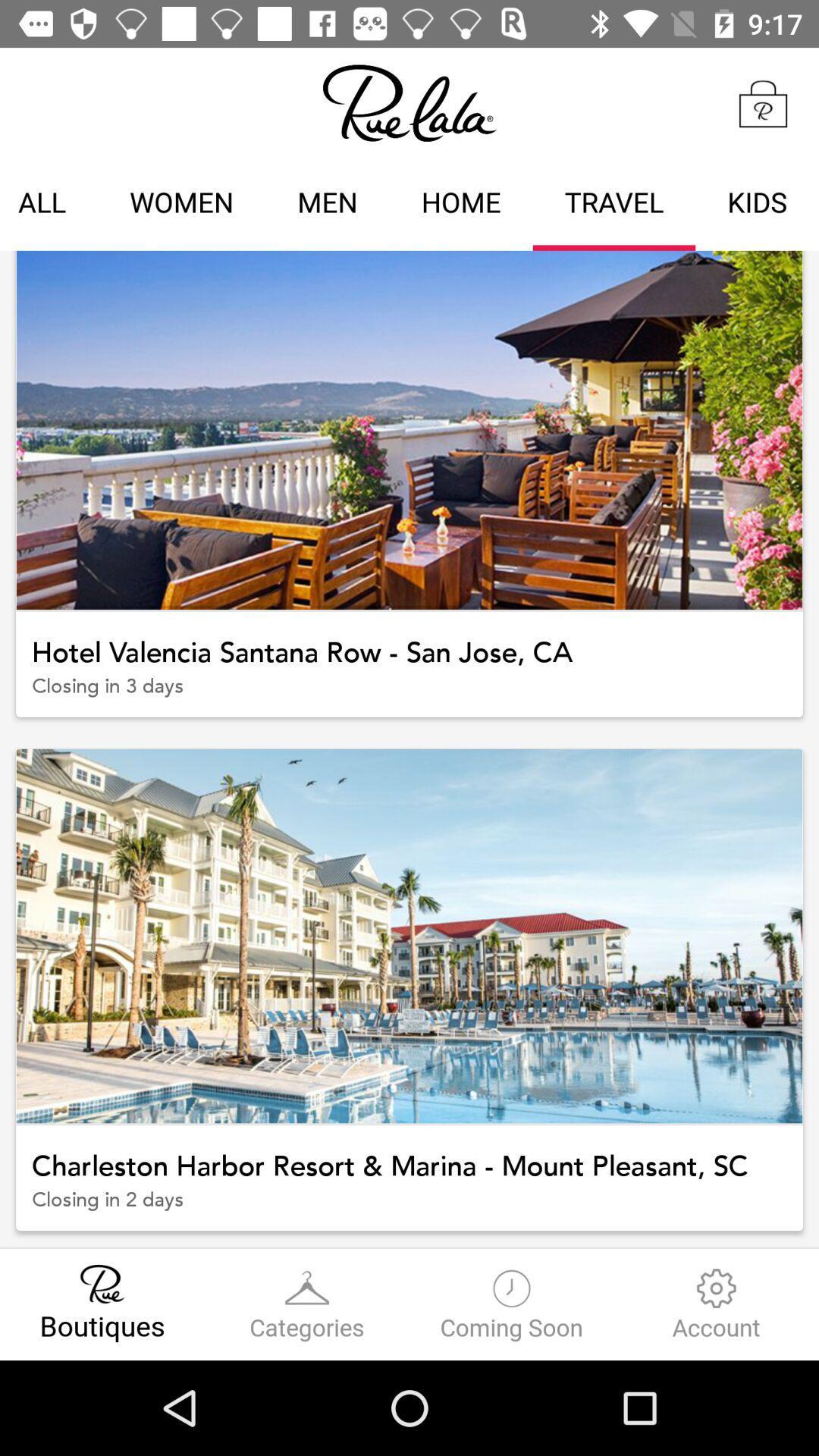 Image resolution: width=819 pixels, height=1456 pixels. I want to click on the item to the left of the kids item, so click(614, 204).